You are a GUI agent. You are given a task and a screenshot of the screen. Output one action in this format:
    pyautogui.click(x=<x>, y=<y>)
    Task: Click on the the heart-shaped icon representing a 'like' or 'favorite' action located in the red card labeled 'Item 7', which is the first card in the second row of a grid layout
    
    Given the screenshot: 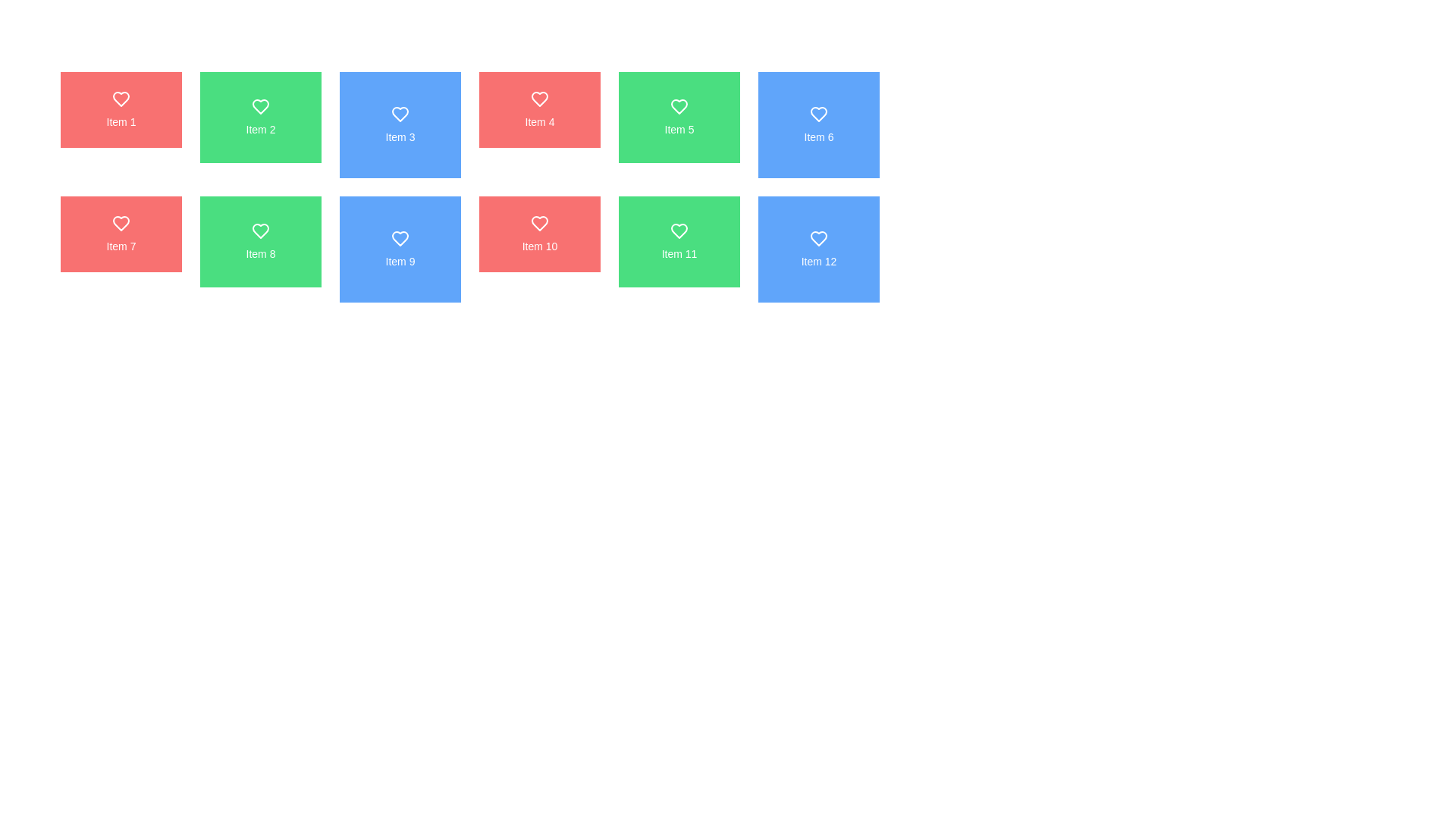 What is the action you would take?
    pyautogui.click(x=120, y=223)
    